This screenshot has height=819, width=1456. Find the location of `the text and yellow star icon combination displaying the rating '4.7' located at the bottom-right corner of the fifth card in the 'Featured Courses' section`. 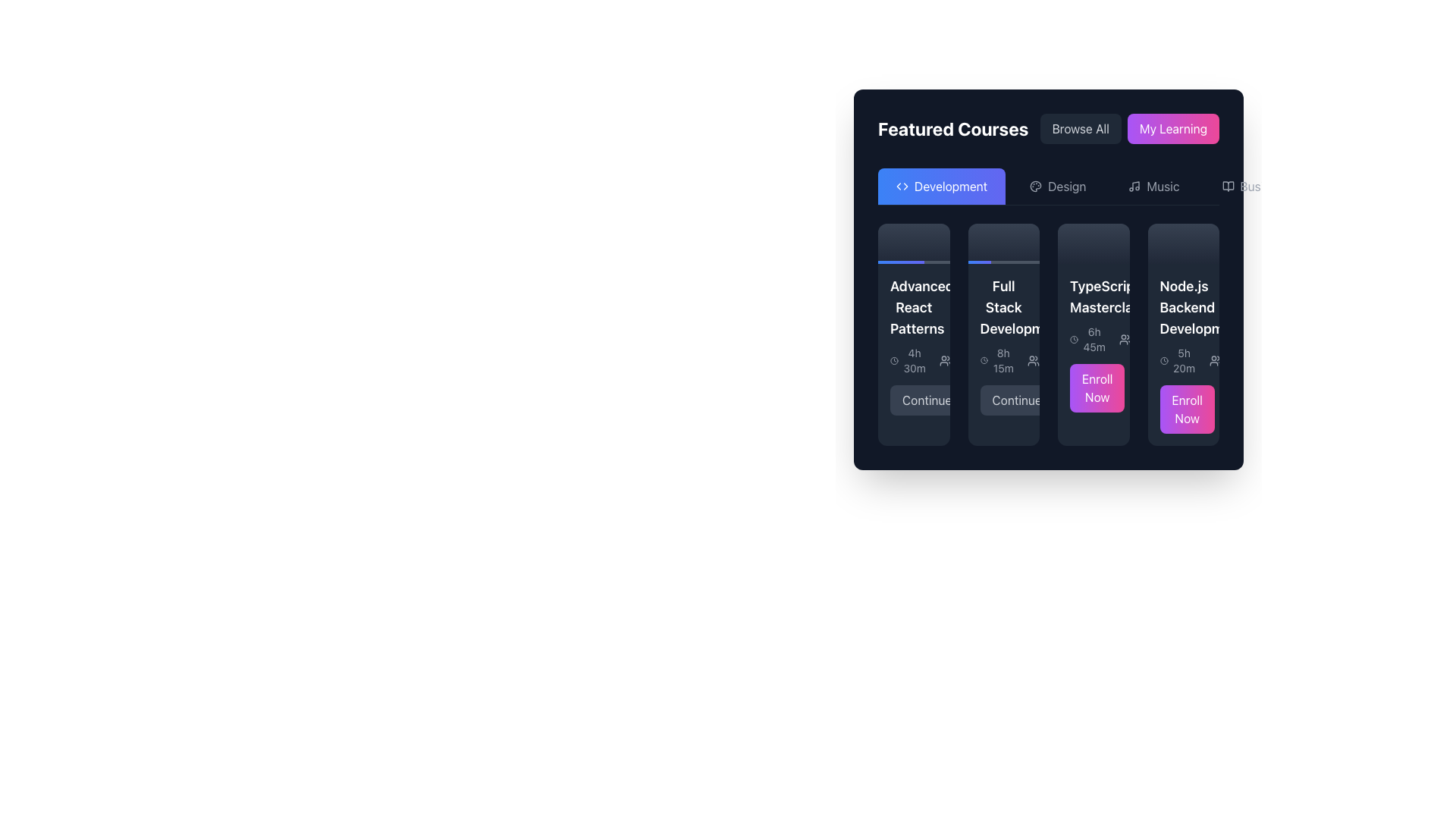

the text and yellow star icon combination displaying the rating '4.7' located at the bottom-right corner of the fifth card in the 'Featured Courses' section is located at coordinates (1187, 339).